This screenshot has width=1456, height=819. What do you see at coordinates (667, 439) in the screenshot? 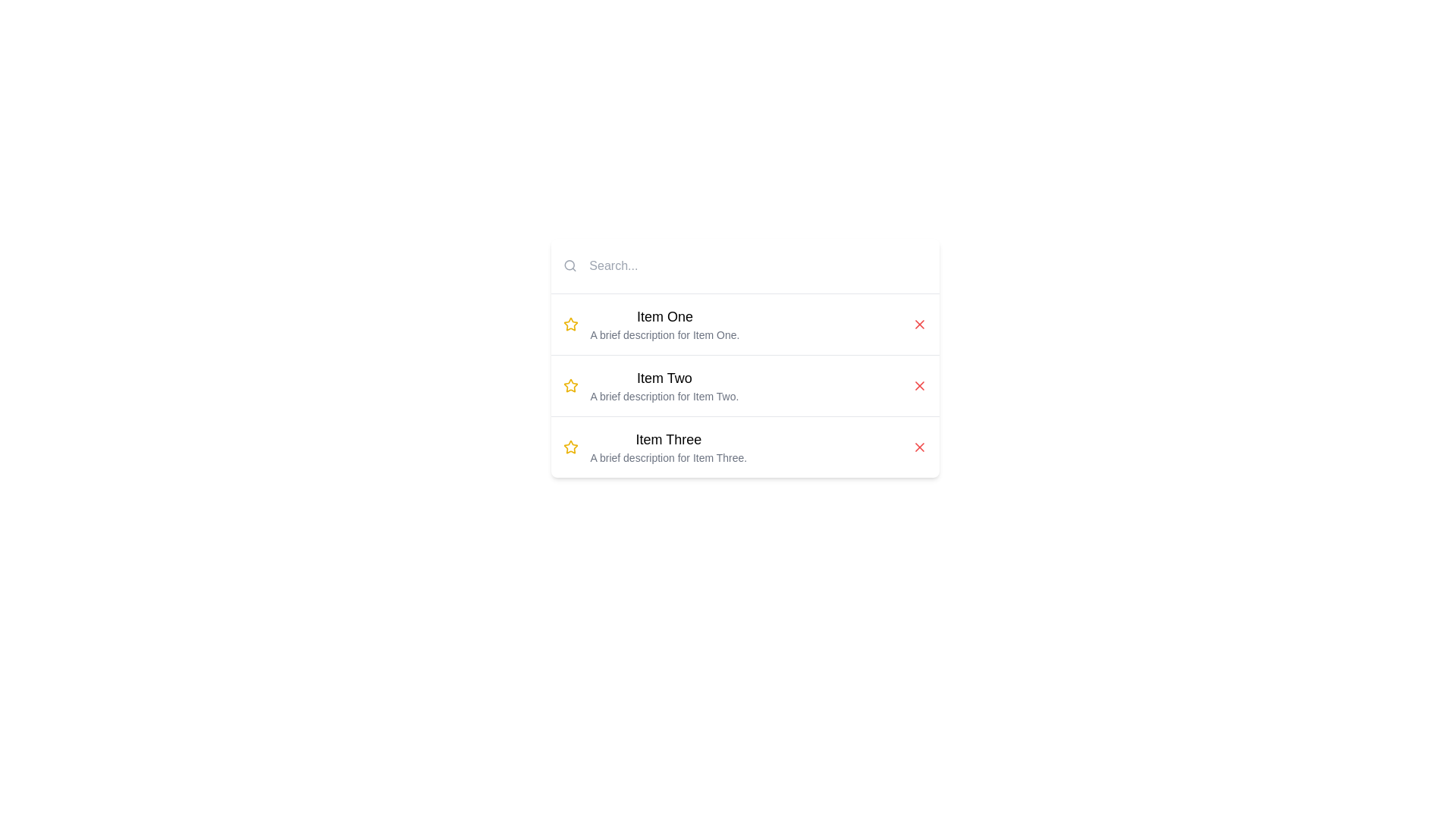
I see `text content of the title label located within the third item of the list interface, which serves as an identifier for the associated content below it` at bounding box center [667, 439].